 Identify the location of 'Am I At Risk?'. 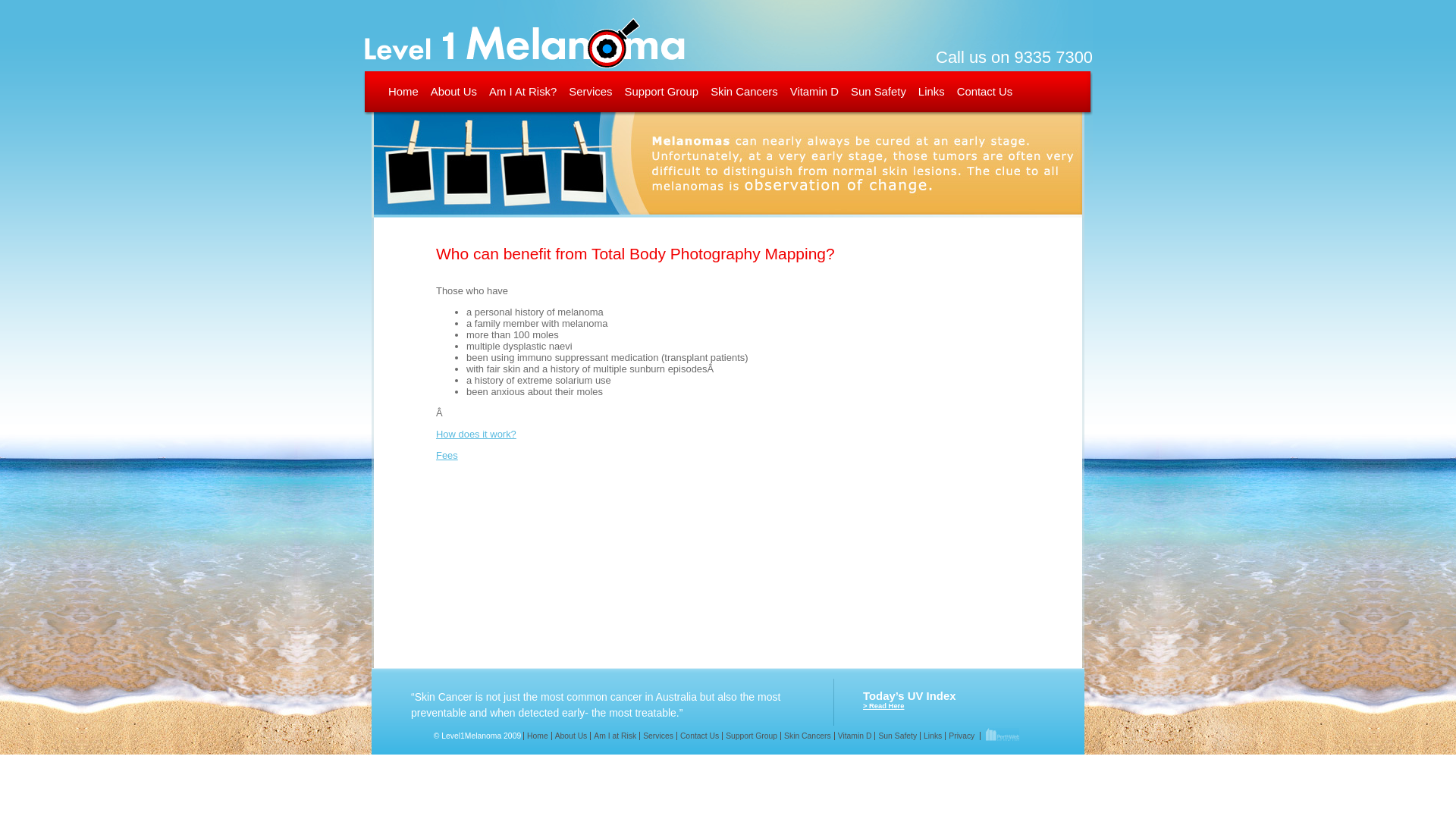
(522, 91).